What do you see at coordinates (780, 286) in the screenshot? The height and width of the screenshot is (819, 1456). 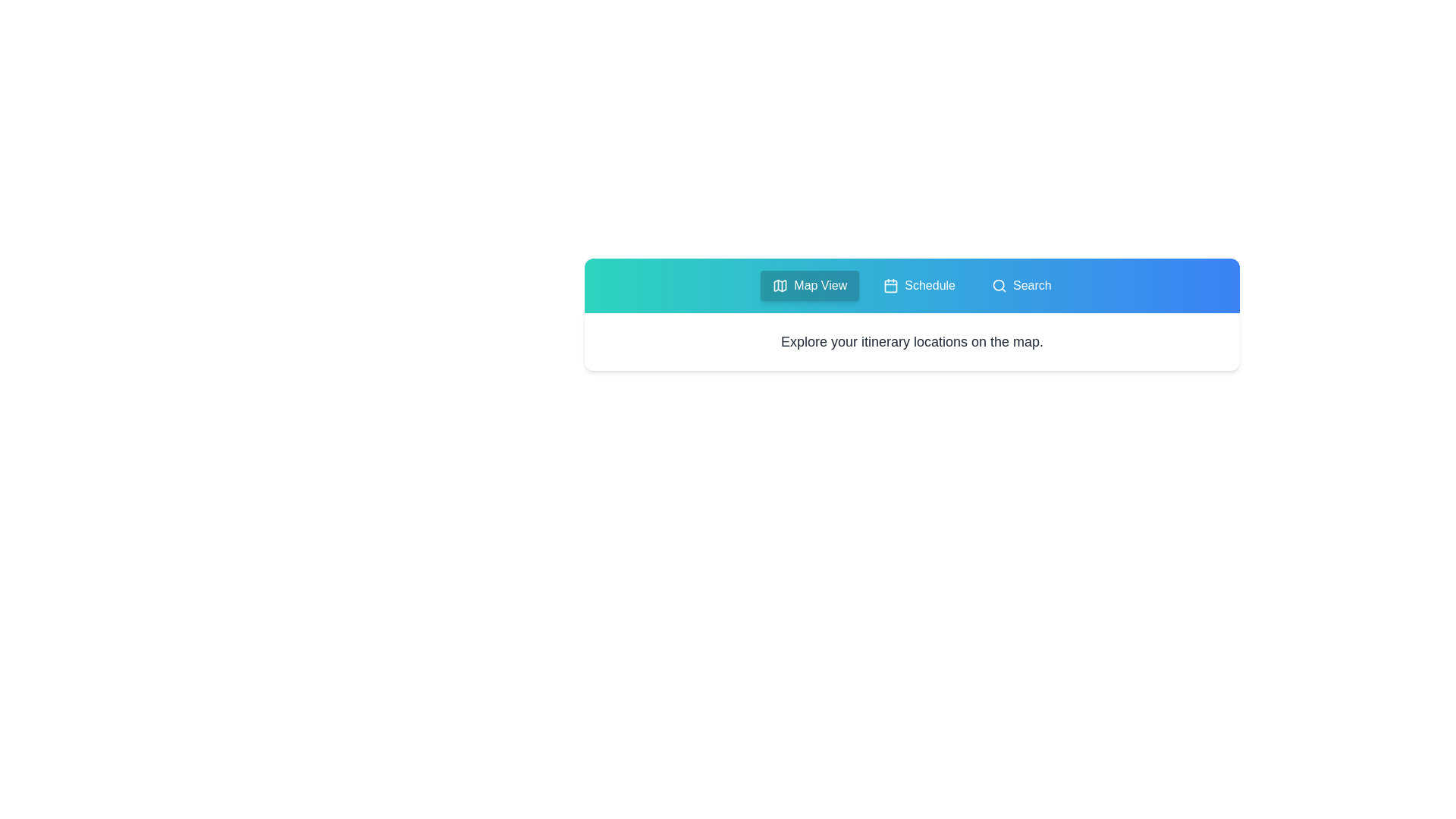 I see `the 'Map View' icon located in the leftmost position of the horizontal toolbar at the upper section of the interface` at bounding box center [780, 286].